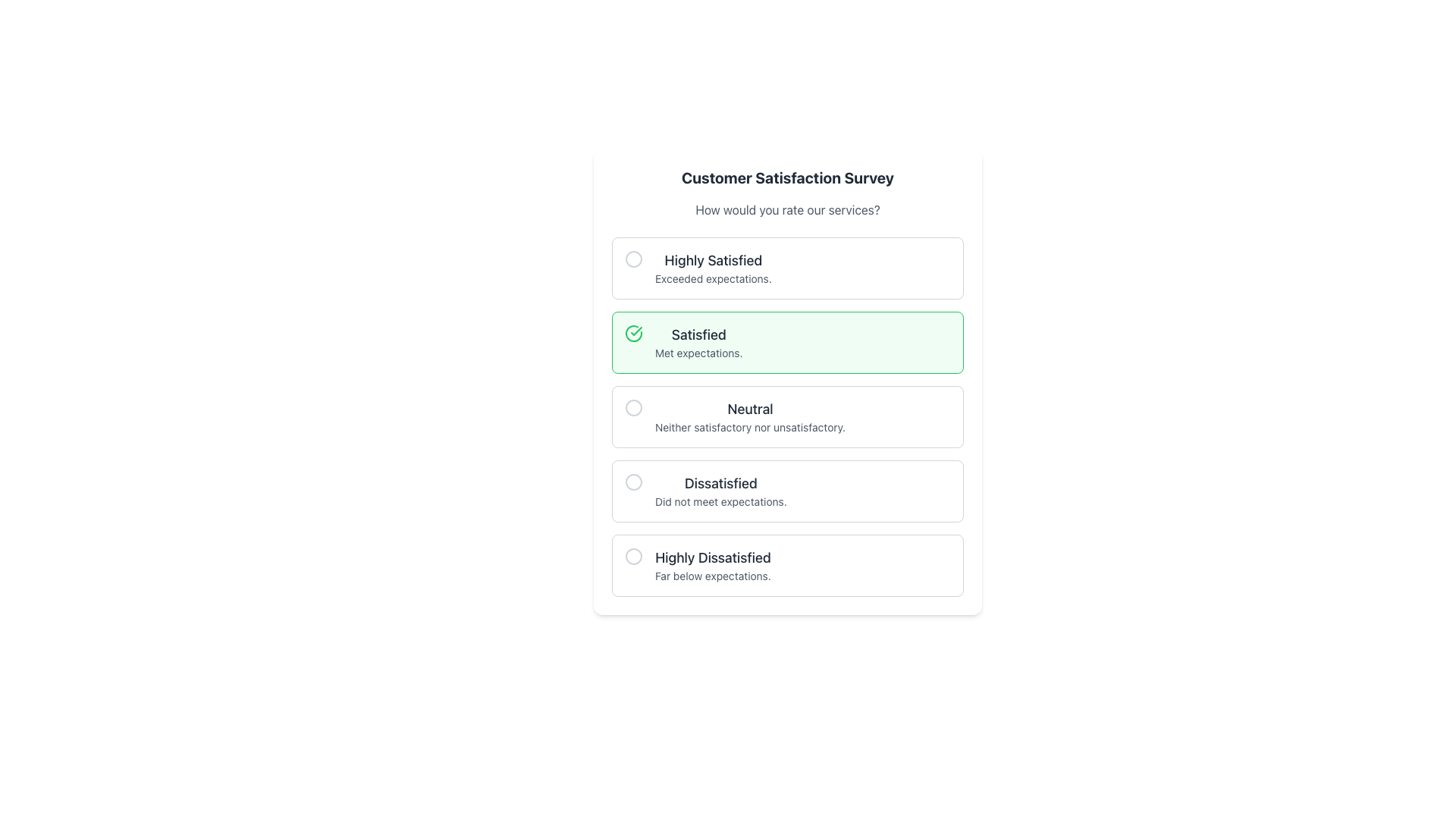 The height and width of the screenshot is (819, 1456). What do you see at coordinates (633, 482) in the screenshot?
I see `the SVG Circle element that is part of the 'Dissatisfied' option's checkbox in the survey form, positioned centrally to the left of the text label` at bounding box center [633, 482].